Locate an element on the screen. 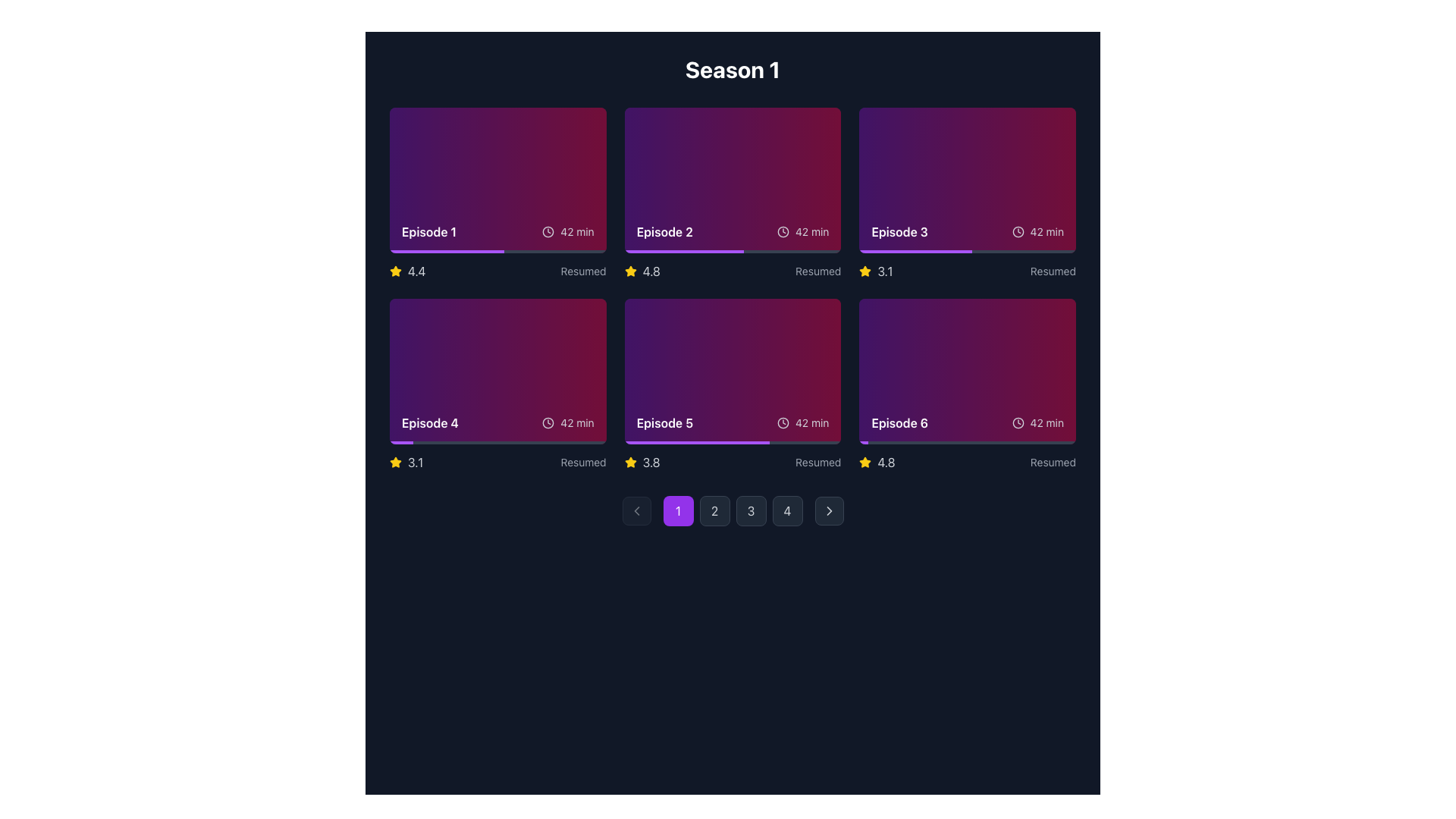 Image resolution: width=1456 pixels, height=819 pixels. text content of the 'Resumed' label, which is styled in gray color and located in the bottom-right corner of the Episode 3 card is located at coordinates (1052, 271).